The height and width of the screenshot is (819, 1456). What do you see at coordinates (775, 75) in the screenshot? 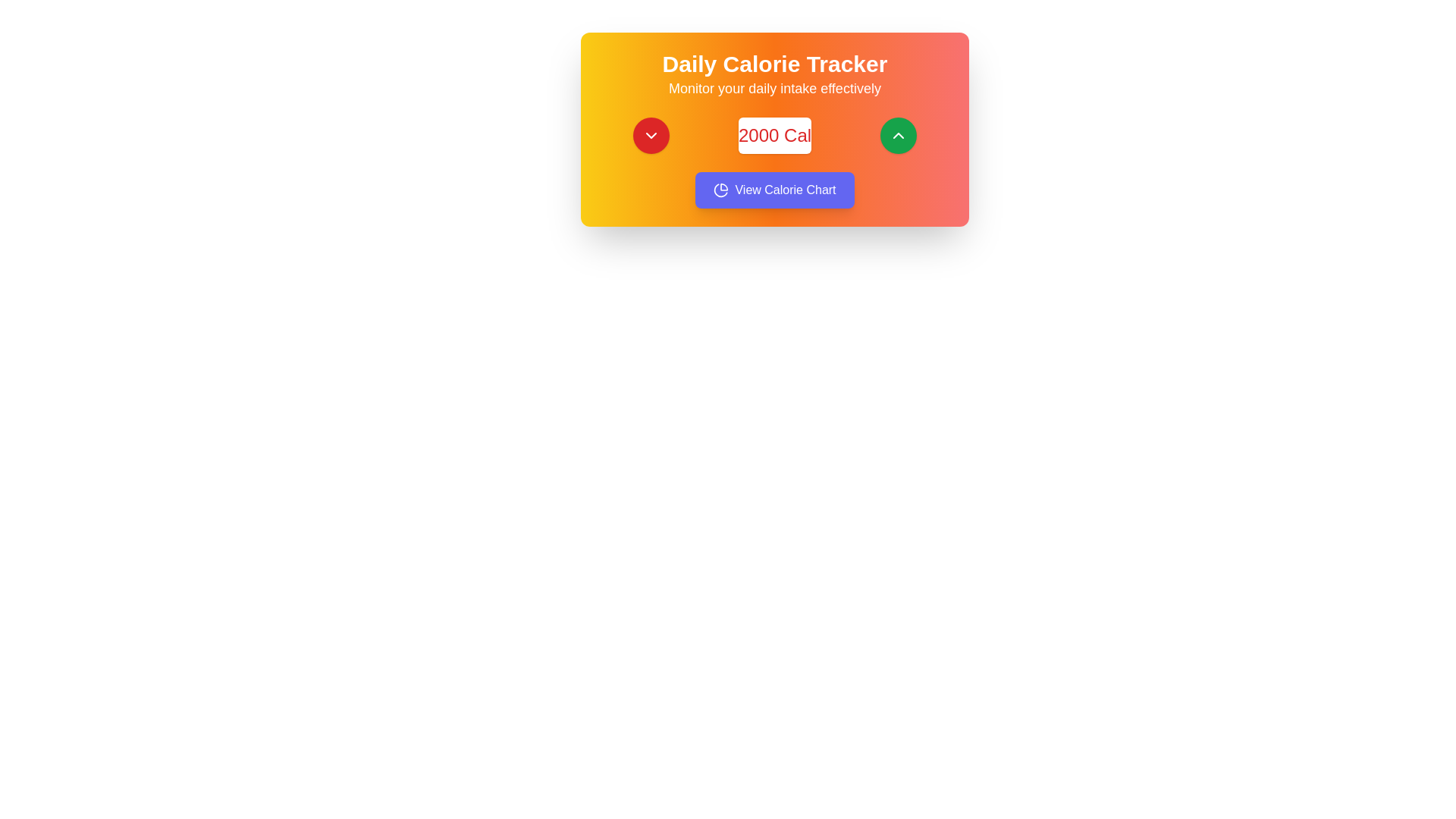
I see `the heading and subheading text block that displays 'Daily Calorie Tracker' and 'Monitor your daily intake effectively'` at bounding box center [775, 75].